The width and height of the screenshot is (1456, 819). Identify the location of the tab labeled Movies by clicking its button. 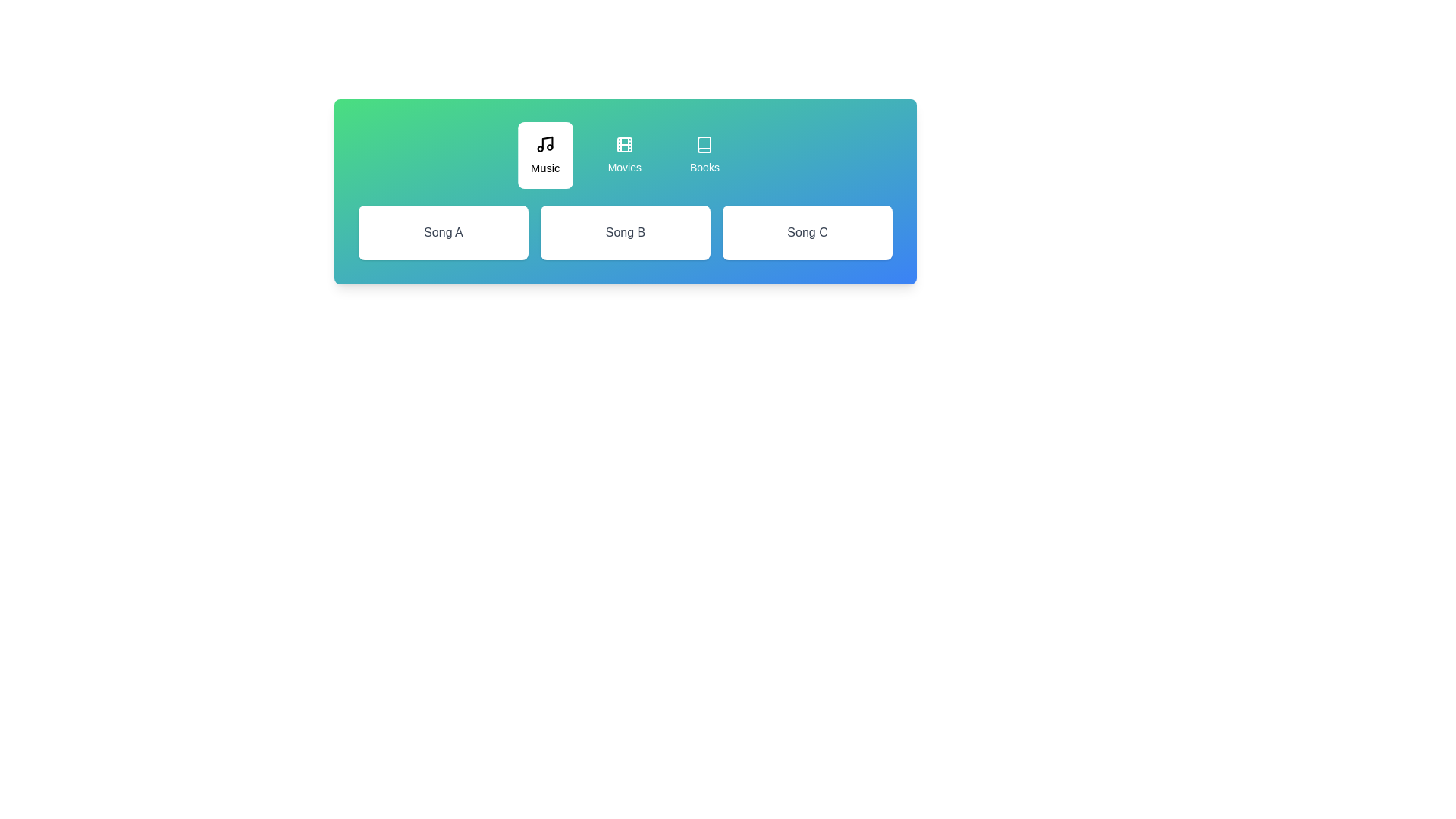
(624, 155).